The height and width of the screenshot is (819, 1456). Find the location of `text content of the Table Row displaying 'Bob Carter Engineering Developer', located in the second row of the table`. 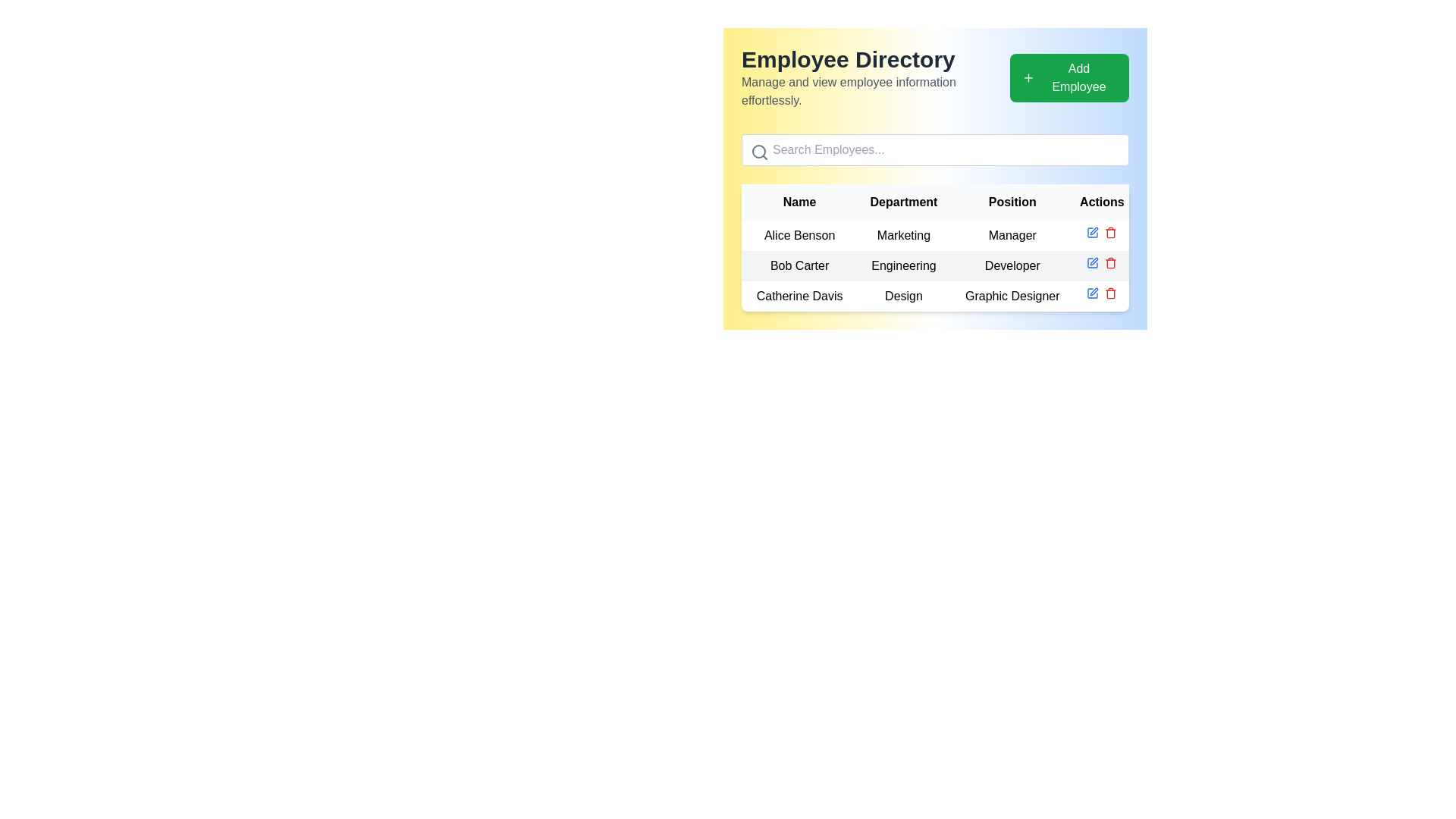

text content of the Table Row displaying 'Bob Carter Engineering Developer', located in the second row of the table is located at coordinates (934, 265).